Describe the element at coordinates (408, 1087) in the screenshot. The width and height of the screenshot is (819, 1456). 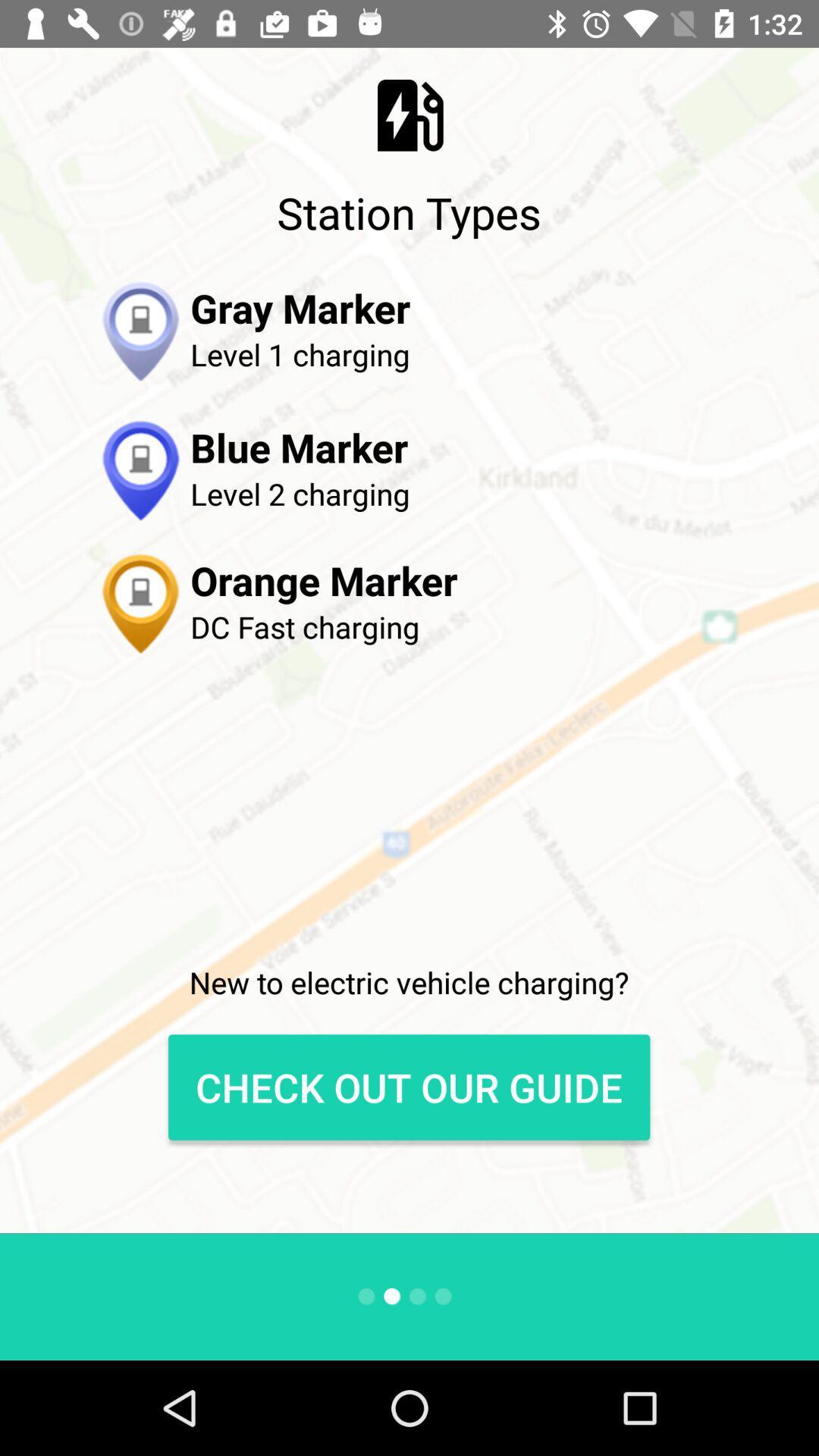
I see `the check out our icon` at that location.